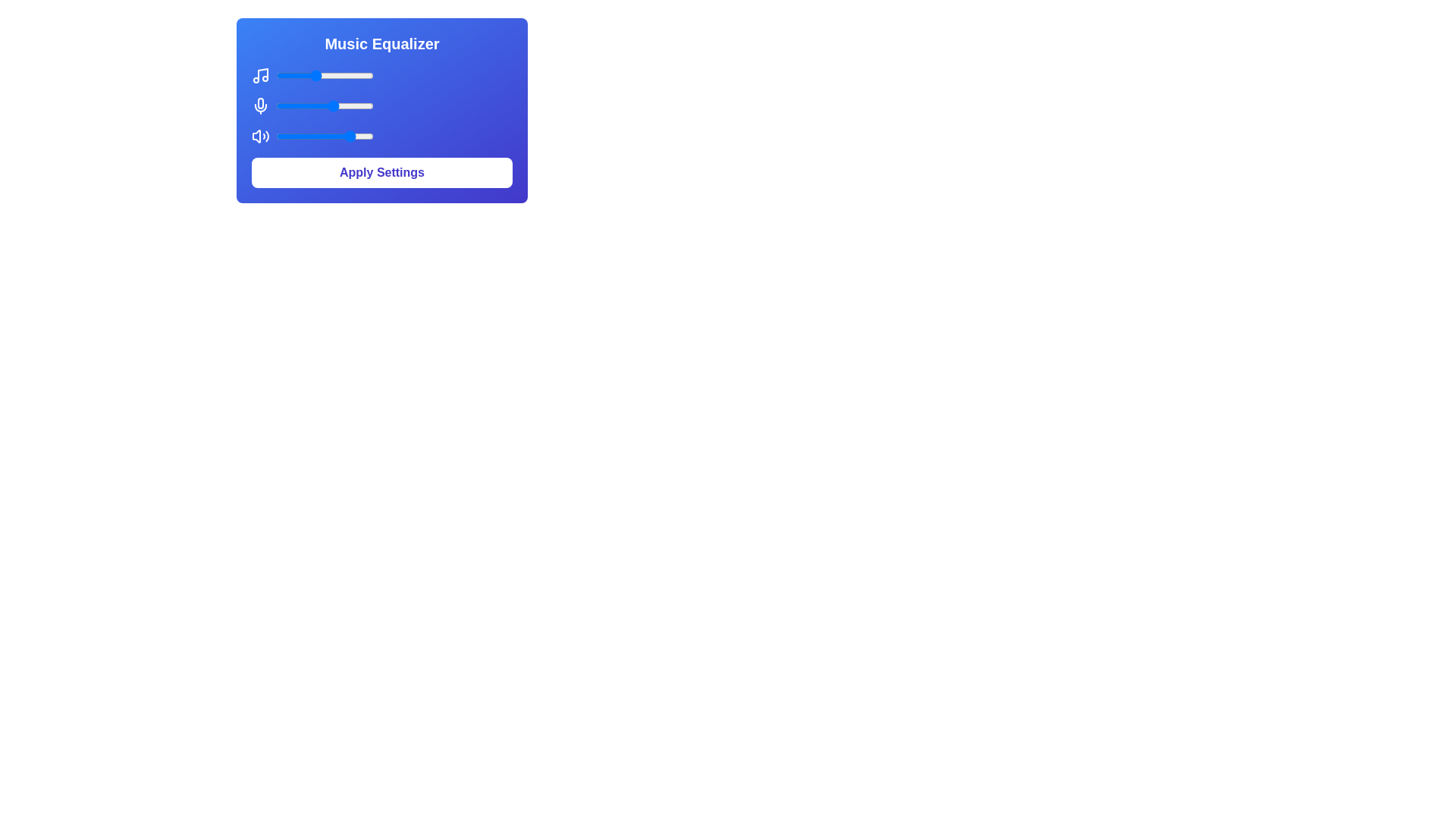  What do you see at coordinates (299, 76) in the screenshot?
I see `the music level` at bounding box center [299, 76].